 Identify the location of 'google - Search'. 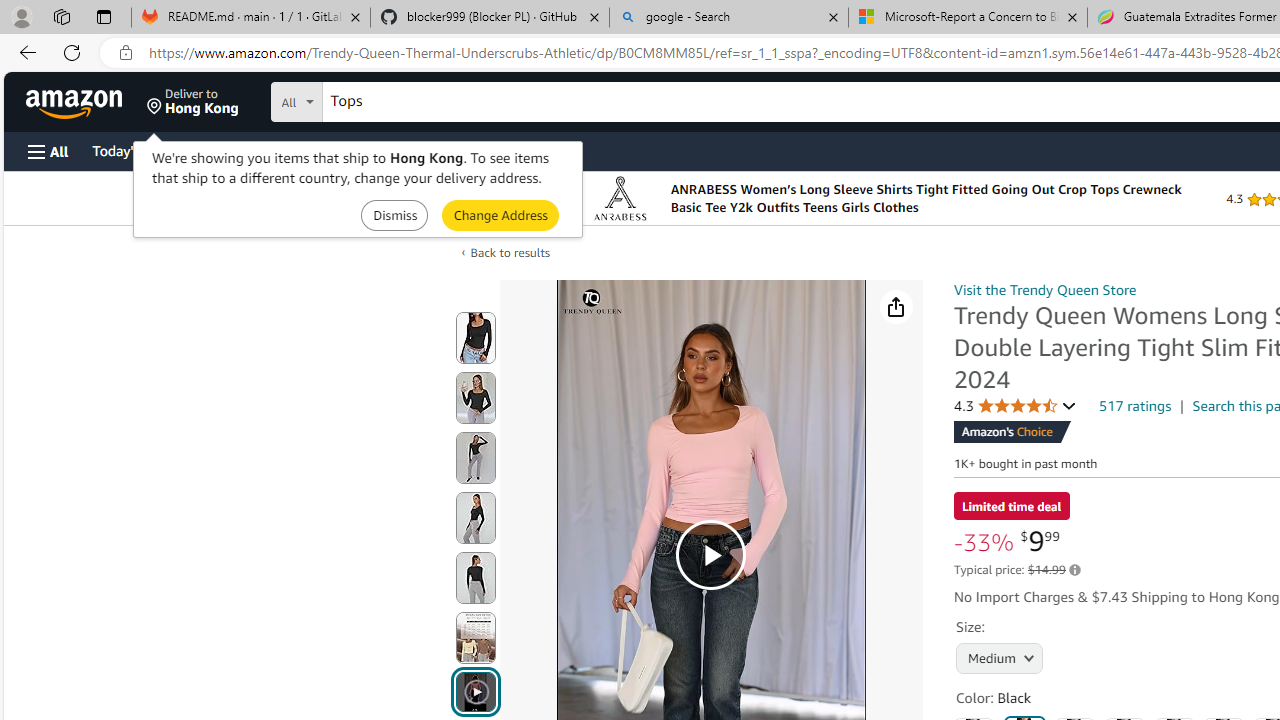
(728, 17).